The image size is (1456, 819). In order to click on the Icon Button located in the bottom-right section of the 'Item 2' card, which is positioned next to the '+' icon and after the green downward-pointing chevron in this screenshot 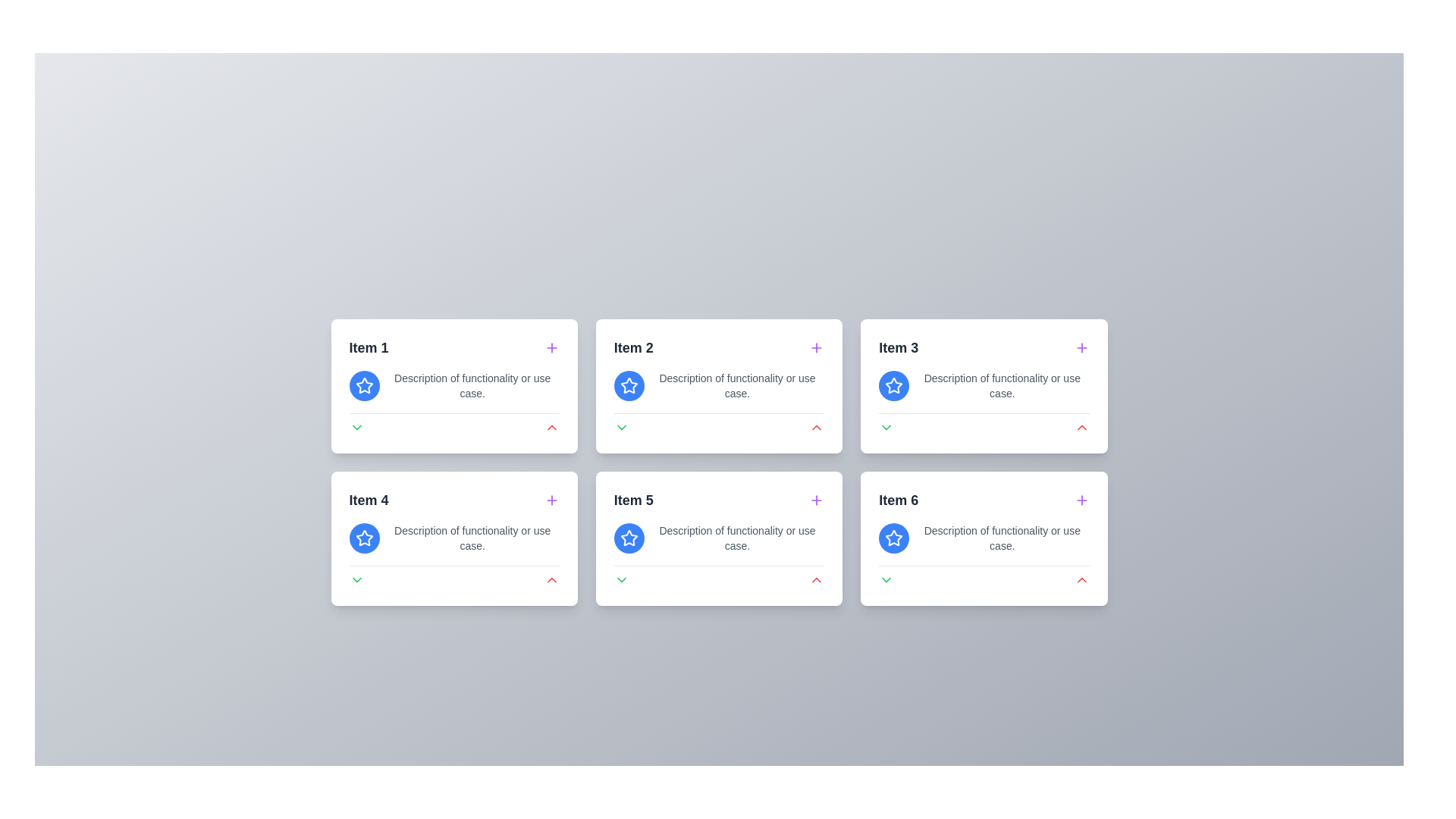, I will do `click(816, 427)`.